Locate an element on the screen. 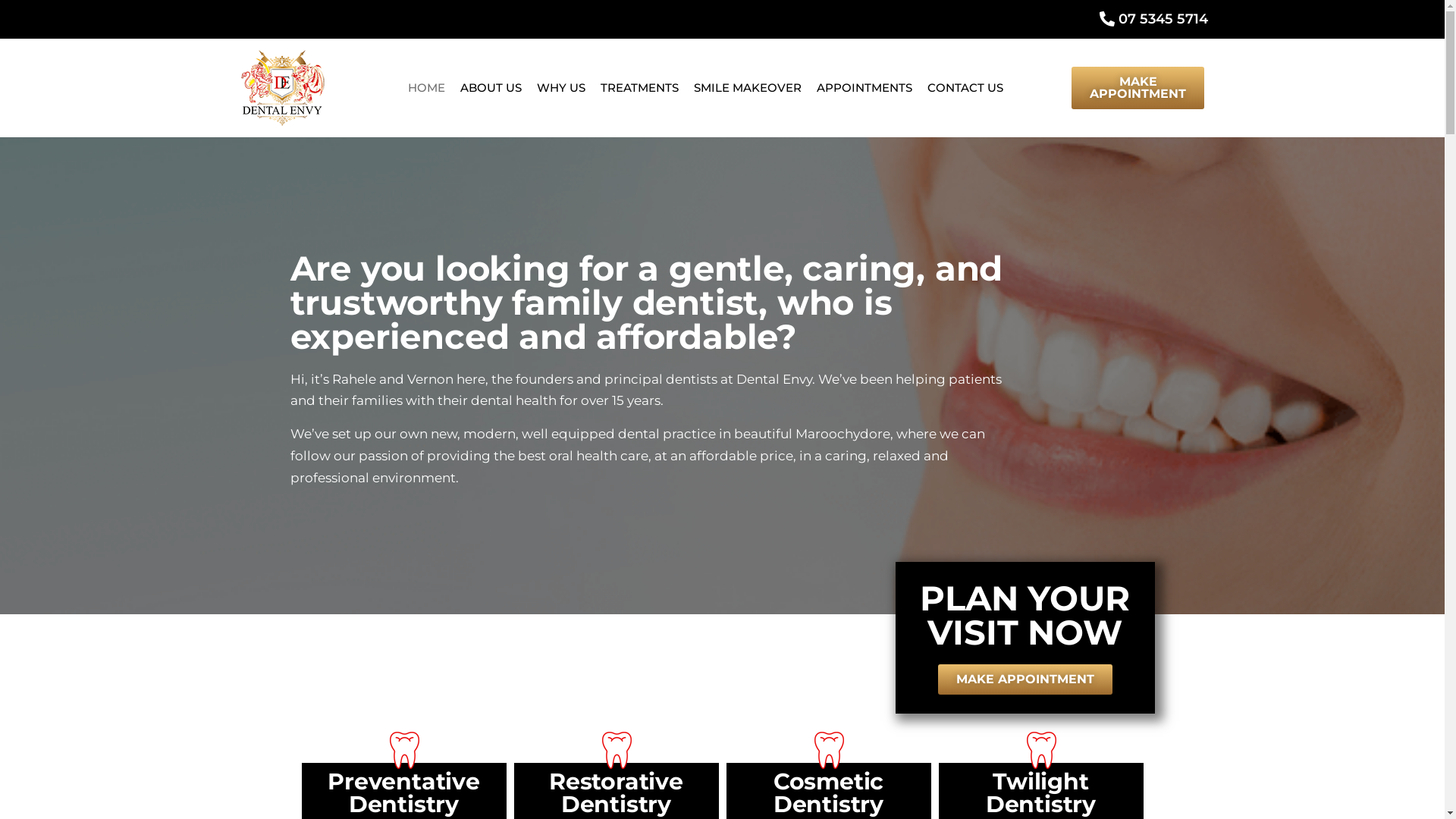  'SMILE MAKEOVER' is located at coordinates (747, 87).